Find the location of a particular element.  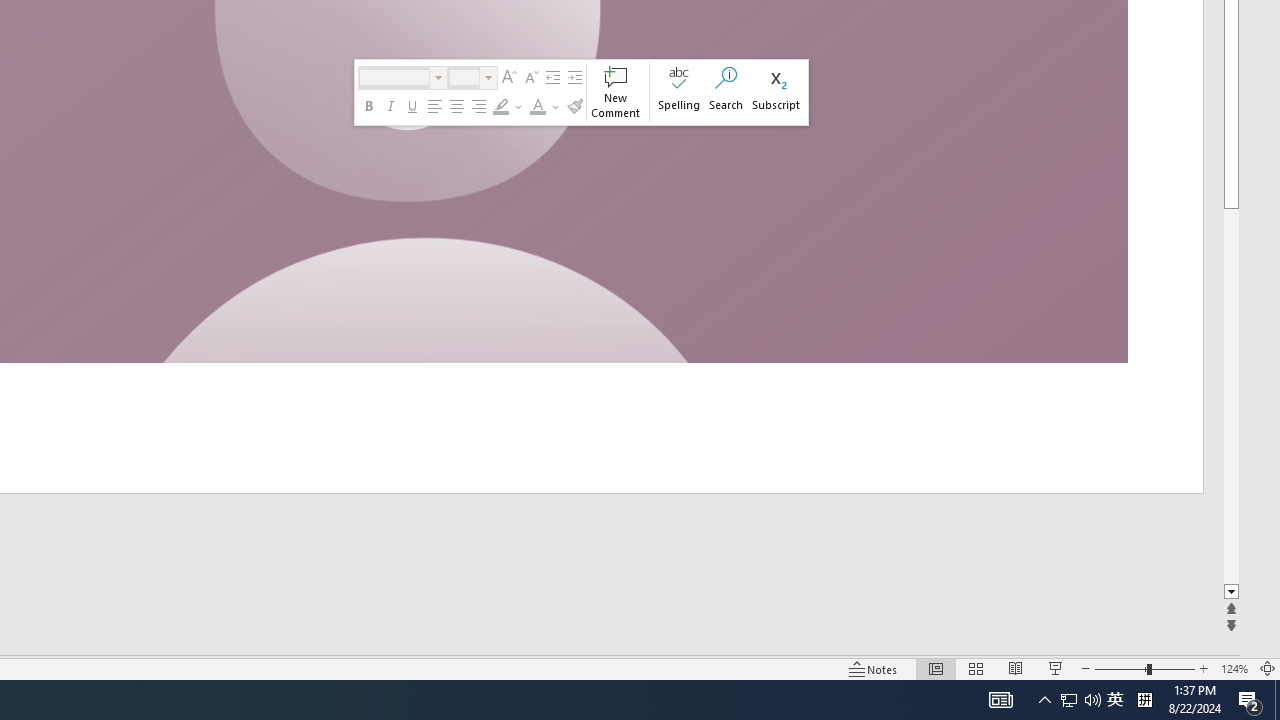

'Text Highlight Color' is located at coordinates (501, 106).